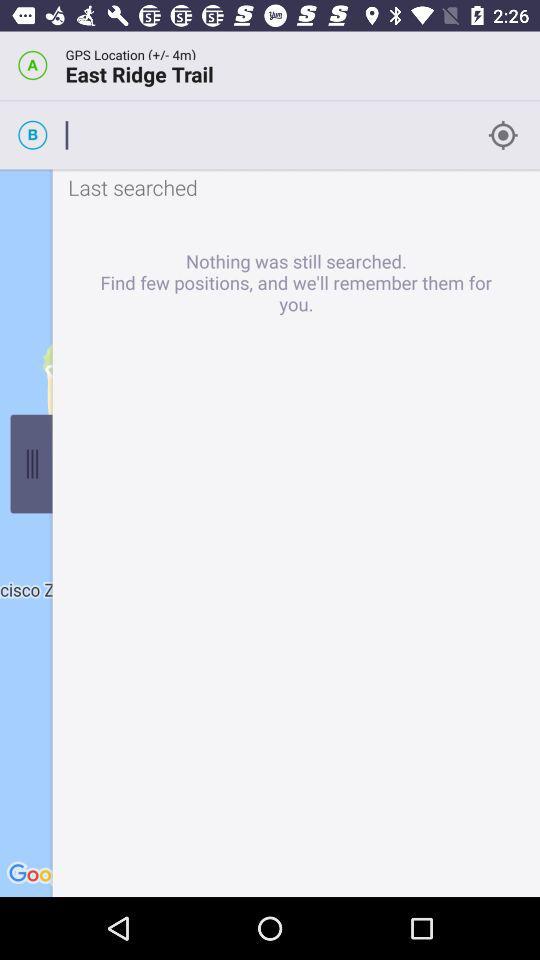  Describe the element at coordinates (504, 134) in the screenshot. I see `the location_crosshair icon` at that location.